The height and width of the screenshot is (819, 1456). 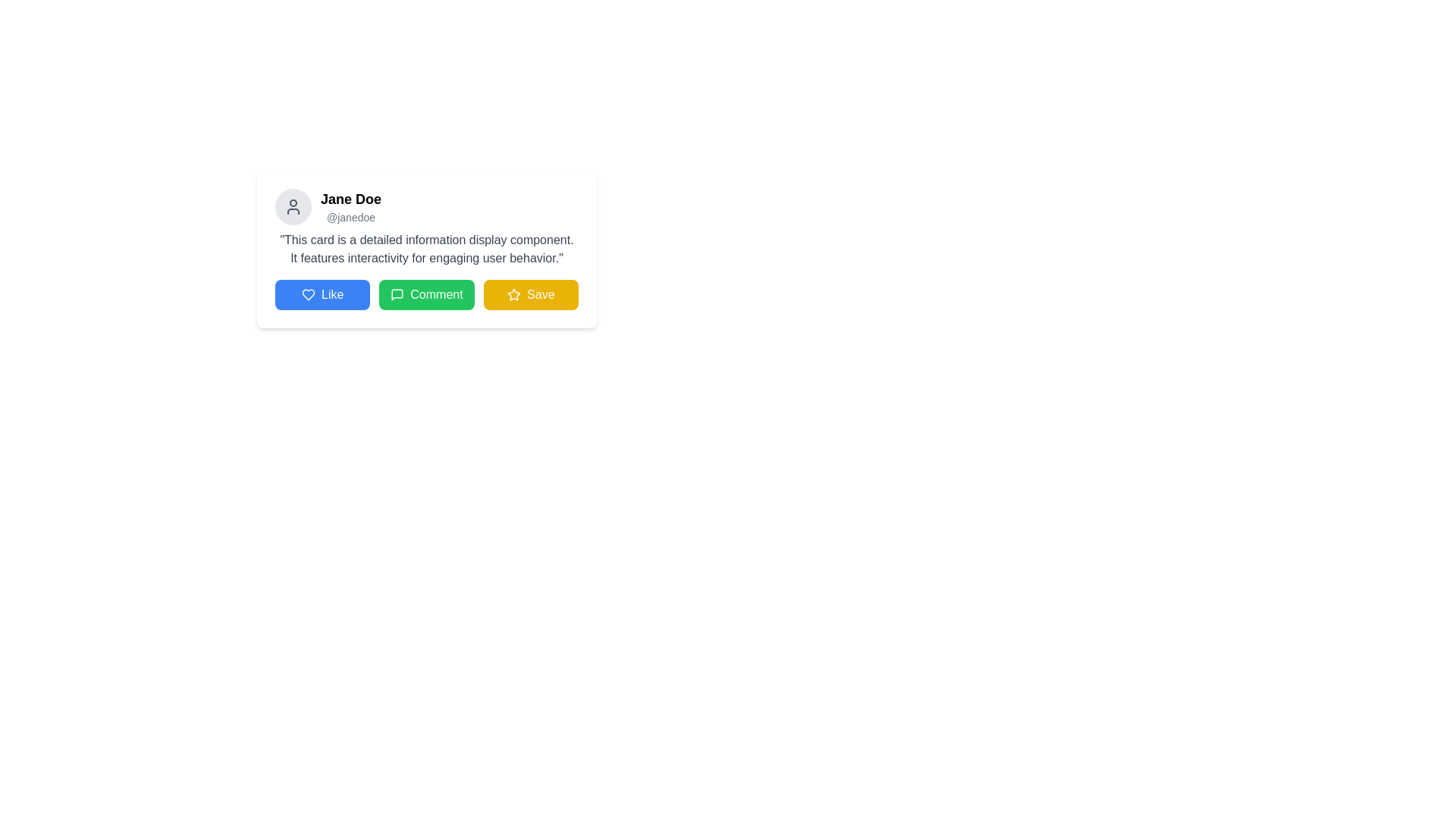 I want to click on the circular icon with a light gray background and a dark gray outline of a human figure, located at the farthest left within the header of a card layout, to interact or view details, so click(x=293, y=207).